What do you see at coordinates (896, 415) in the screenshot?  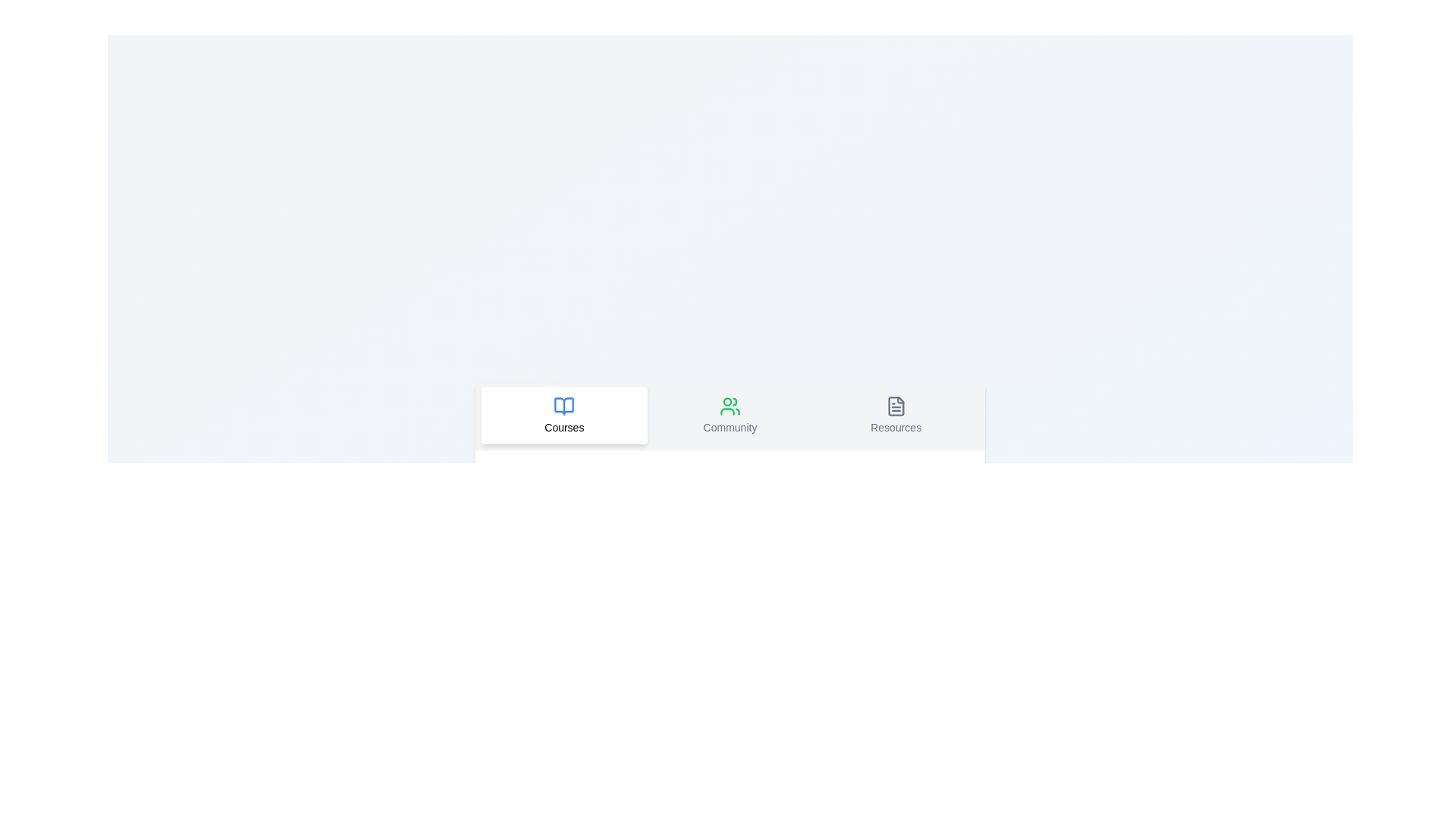 I see `the Resources tab` at bounding box center [896, 415].